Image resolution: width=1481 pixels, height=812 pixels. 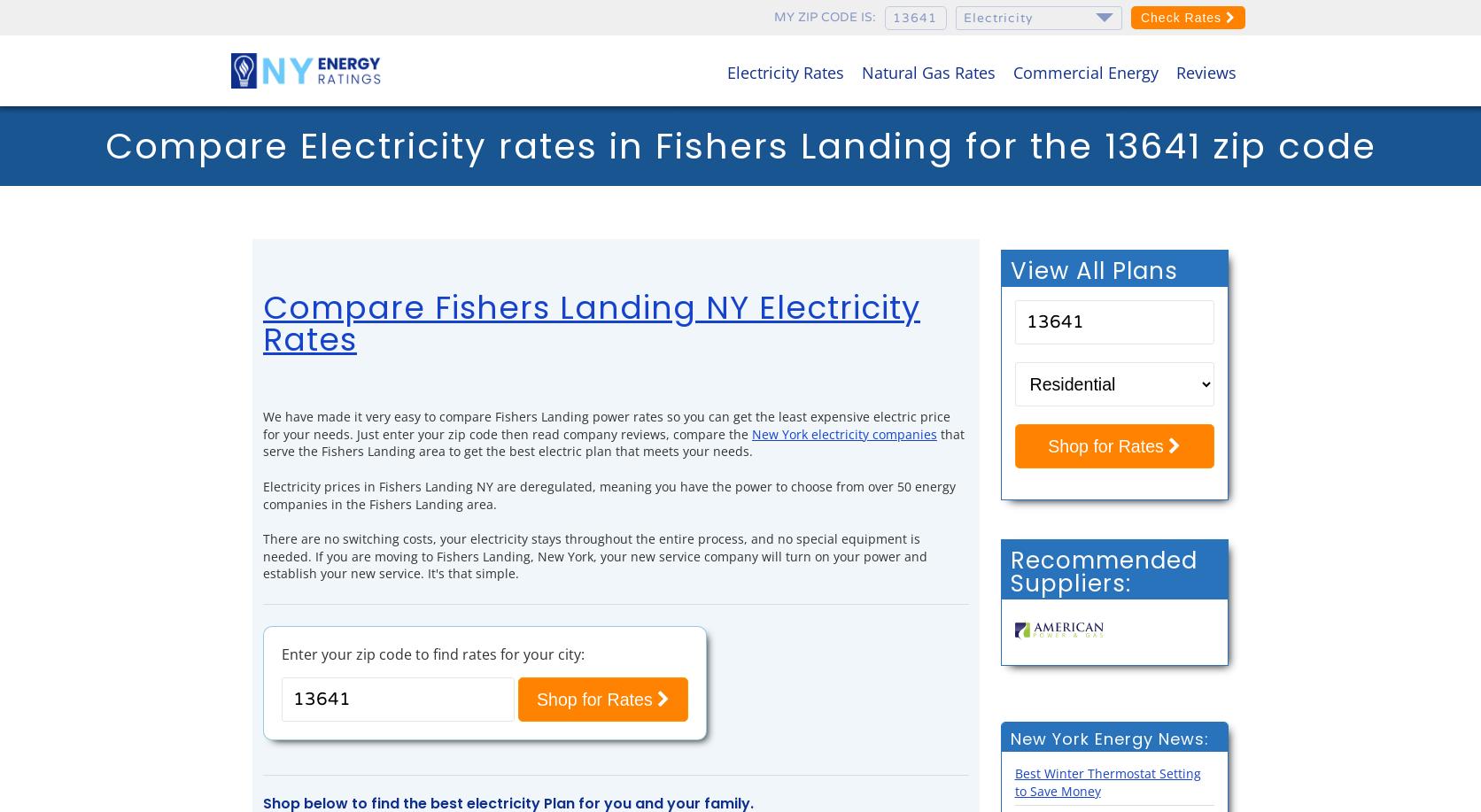 What do you see at coordinates (752, 432) in the screenshot?
I see `'New York electricity companies'` at bounding box center [752, 432].